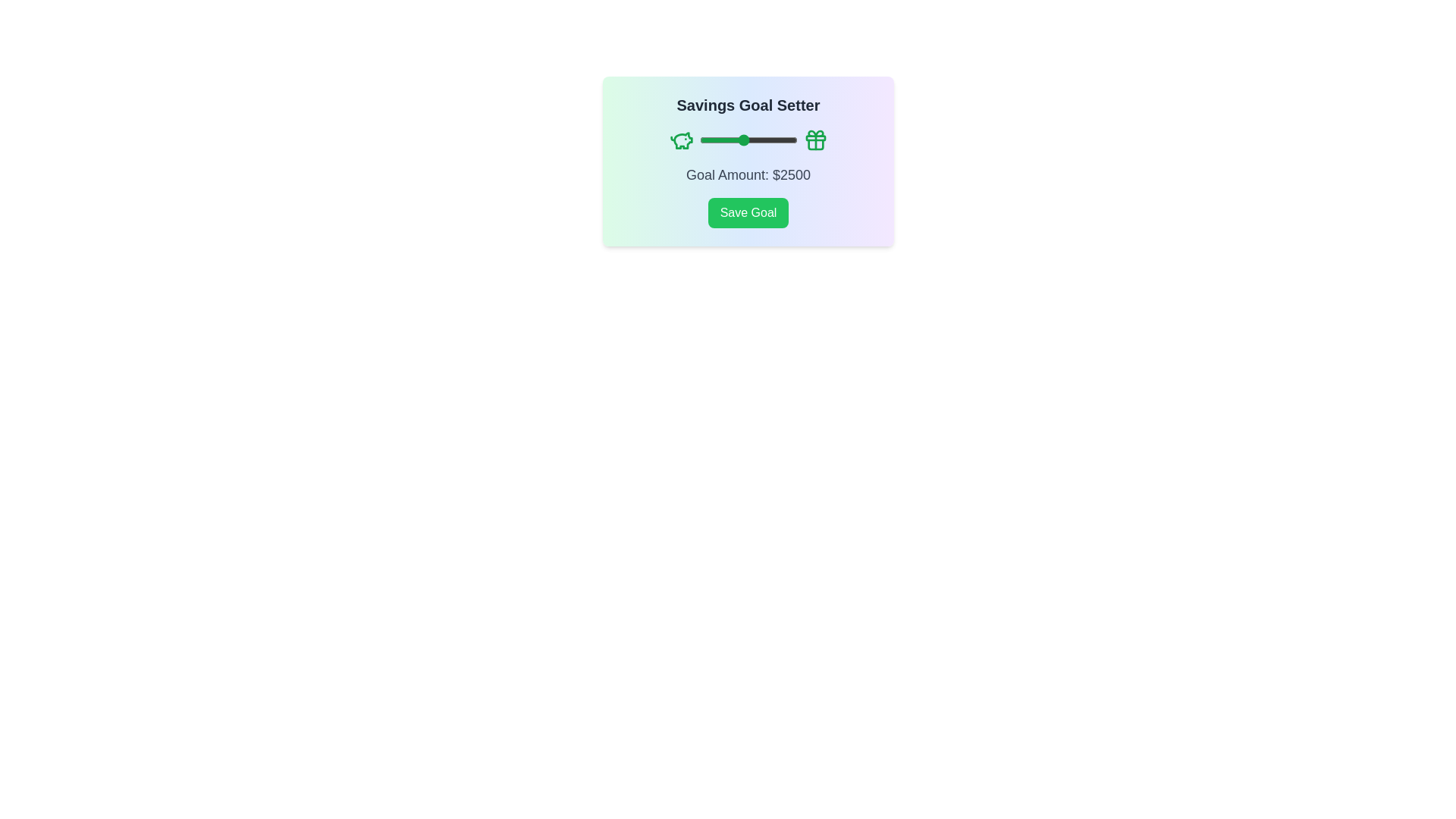 This screenshot has width=1456, height=819. I want to click on the slider to set the goal amount to 3970, so click(775, 140).